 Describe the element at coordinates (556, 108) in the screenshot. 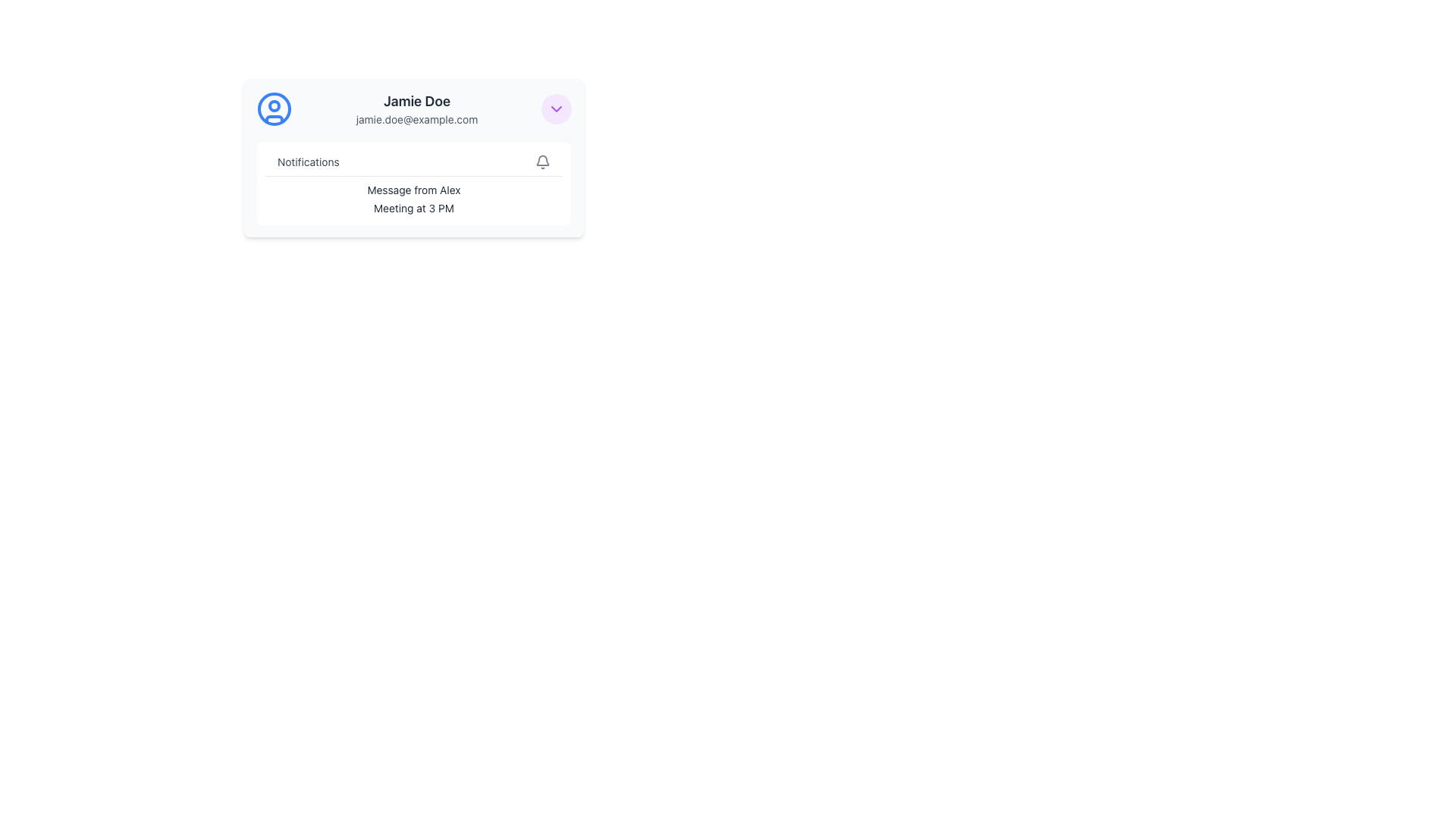

I see `the small circular button with a purple background and a downward arrow icon, located to the right of the user details for 'Jamie Doe'` at that location.